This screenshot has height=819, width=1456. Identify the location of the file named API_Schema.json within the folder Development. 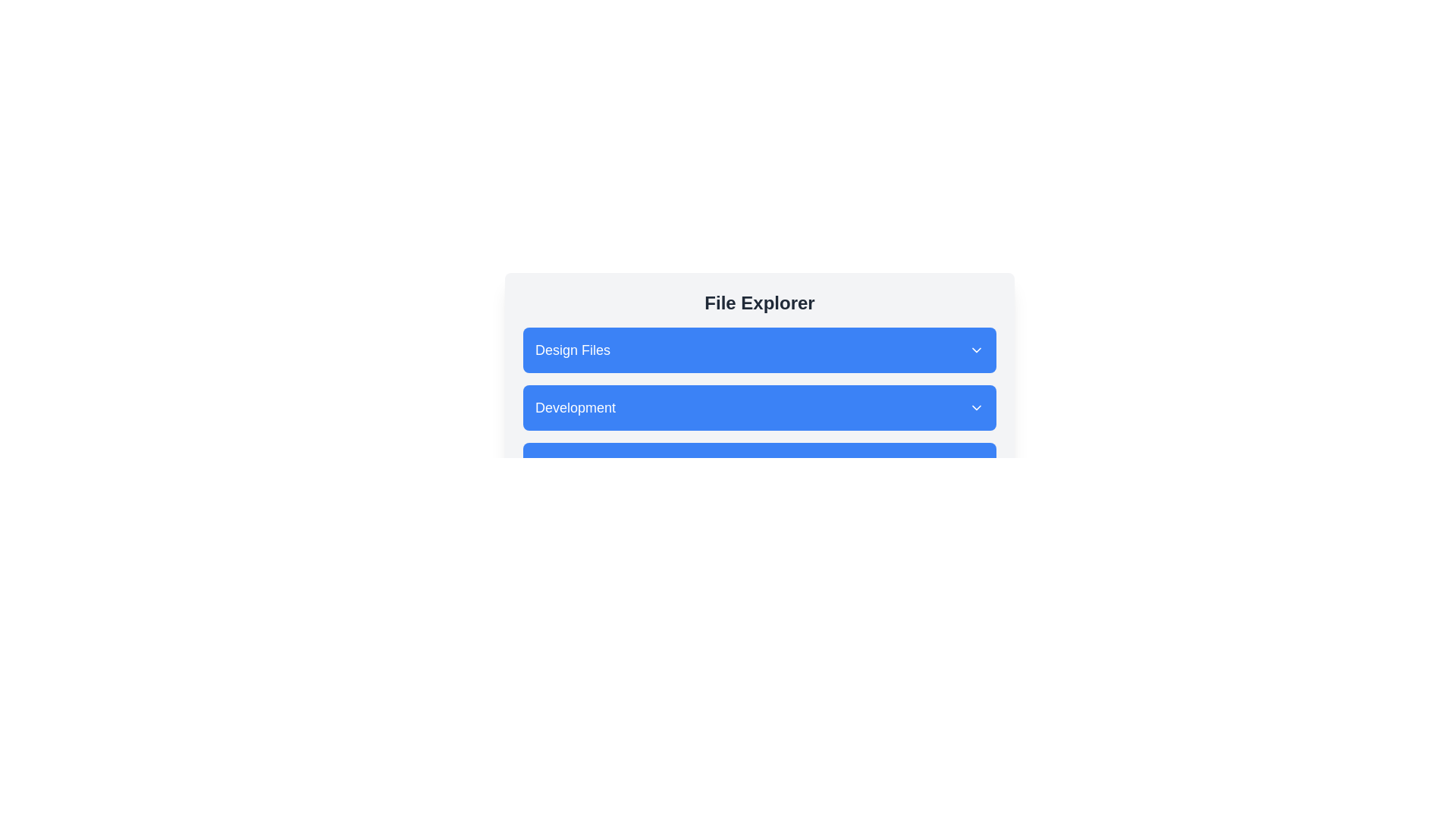
(760, 406).